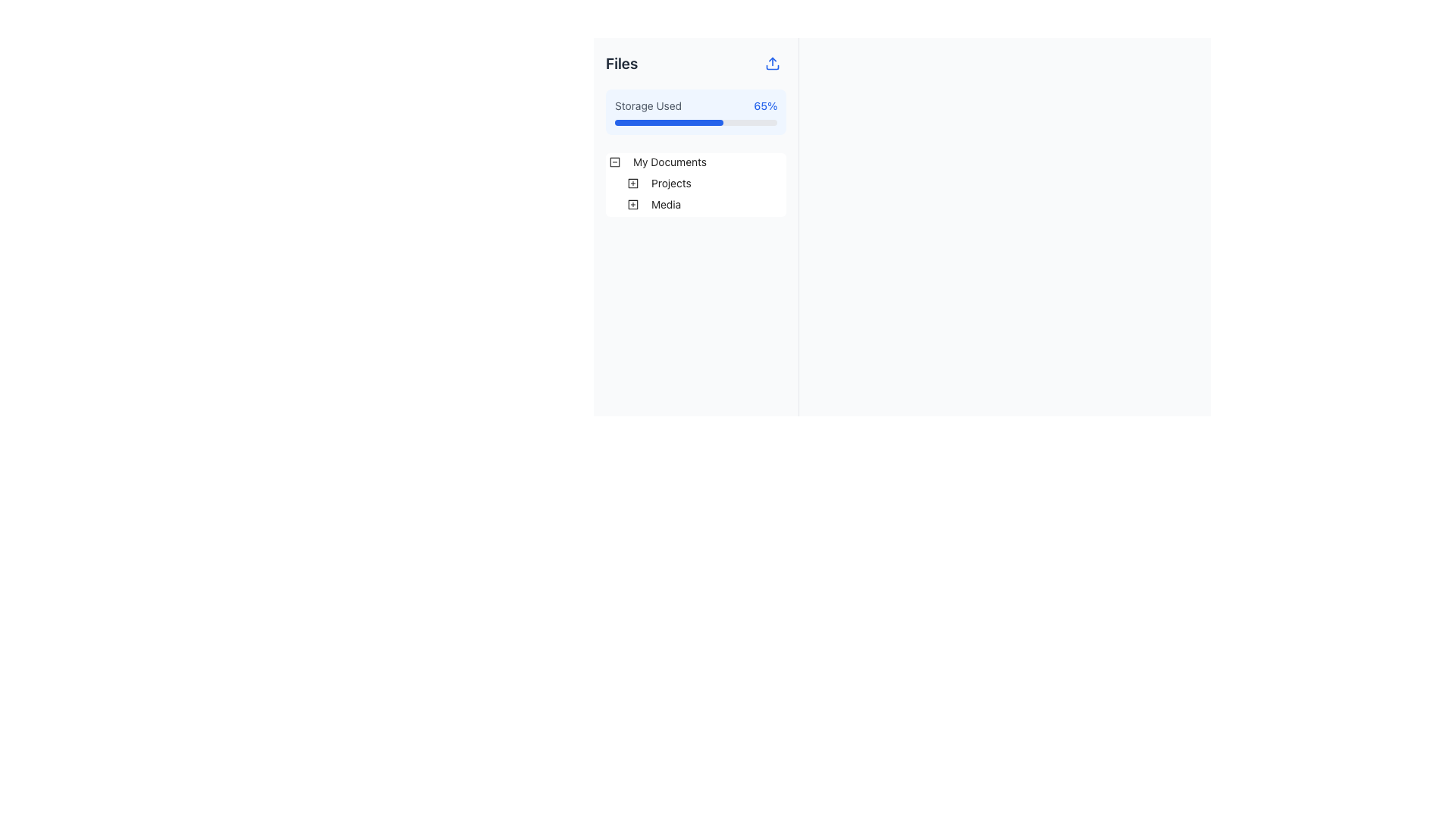 The width and height of the screenshot is (1456, 819). I want to click on the progress bar with a gray background and blue foreground that is located below the 'Storage Used' text and '65%' percentage within the storage usage card, so click(695, 122).